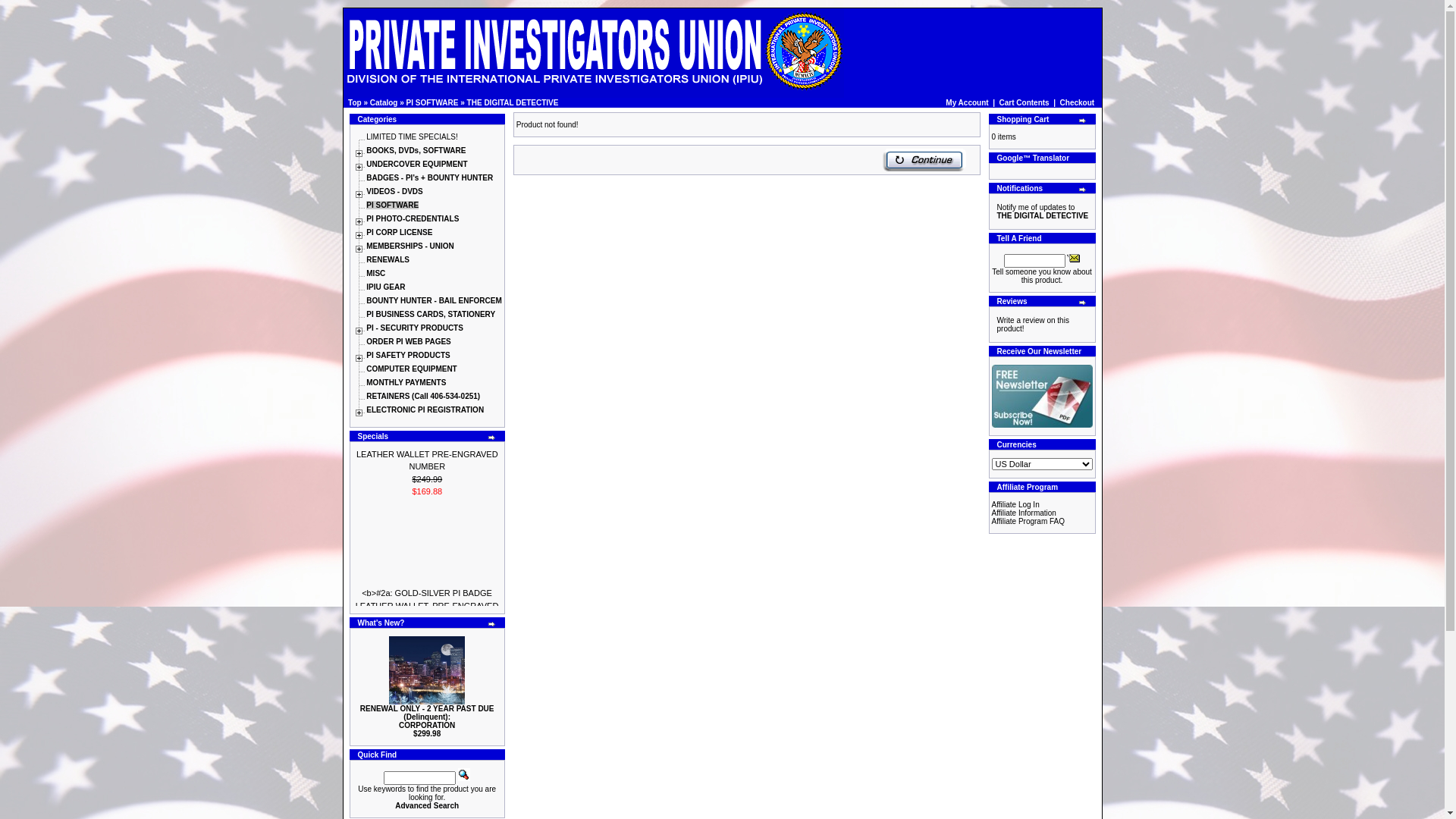 The width and height of the screenshot is (1456, 819). Describe the element at coordinates (433, 300) in the screenshot. I see `'BOUNTY HUNTER - BAIL ENFORCEM'` at that location.